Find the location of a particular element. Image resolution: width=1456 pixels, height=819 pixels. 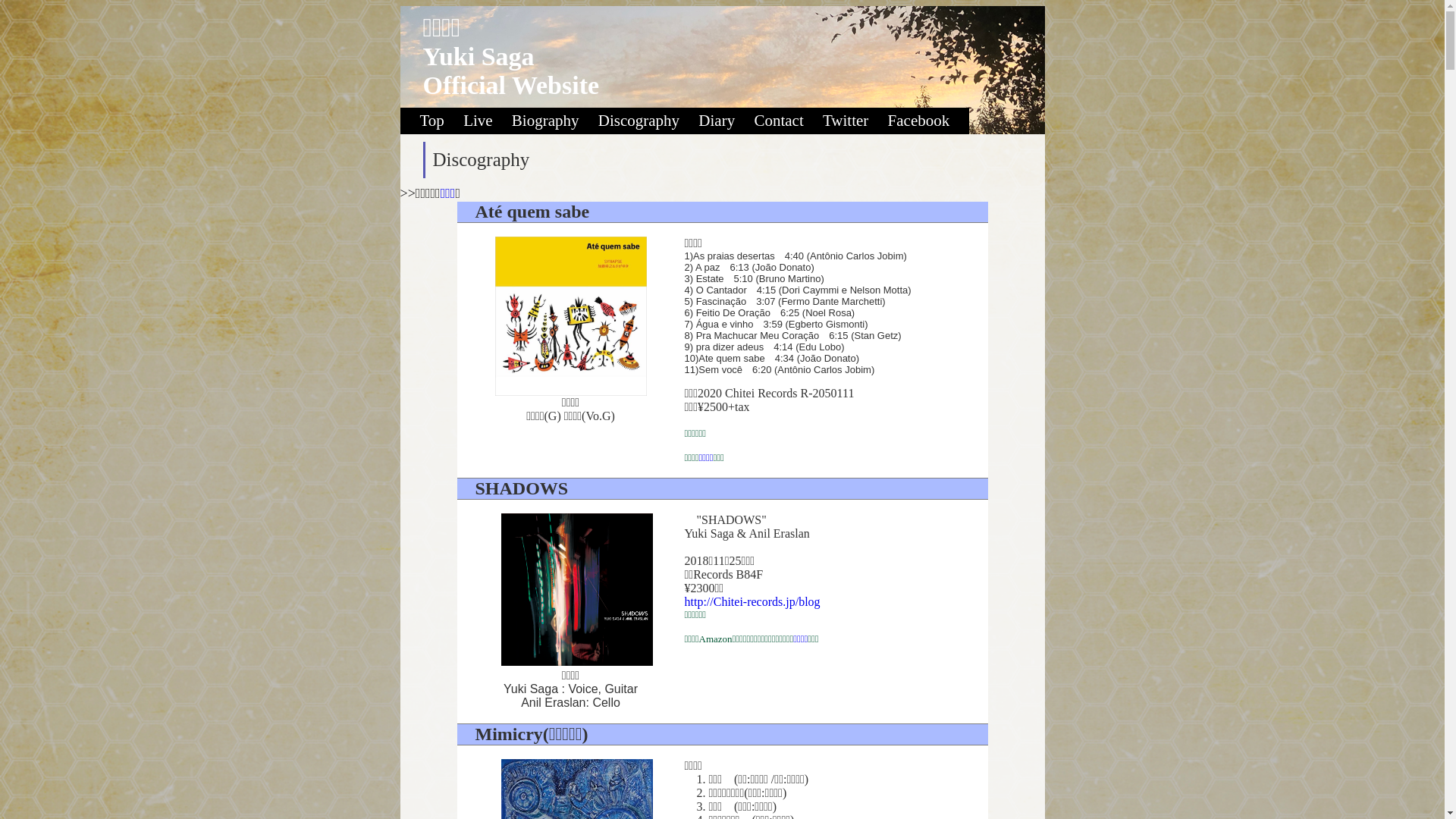

'Diary' is located at coordinates (698, 119).